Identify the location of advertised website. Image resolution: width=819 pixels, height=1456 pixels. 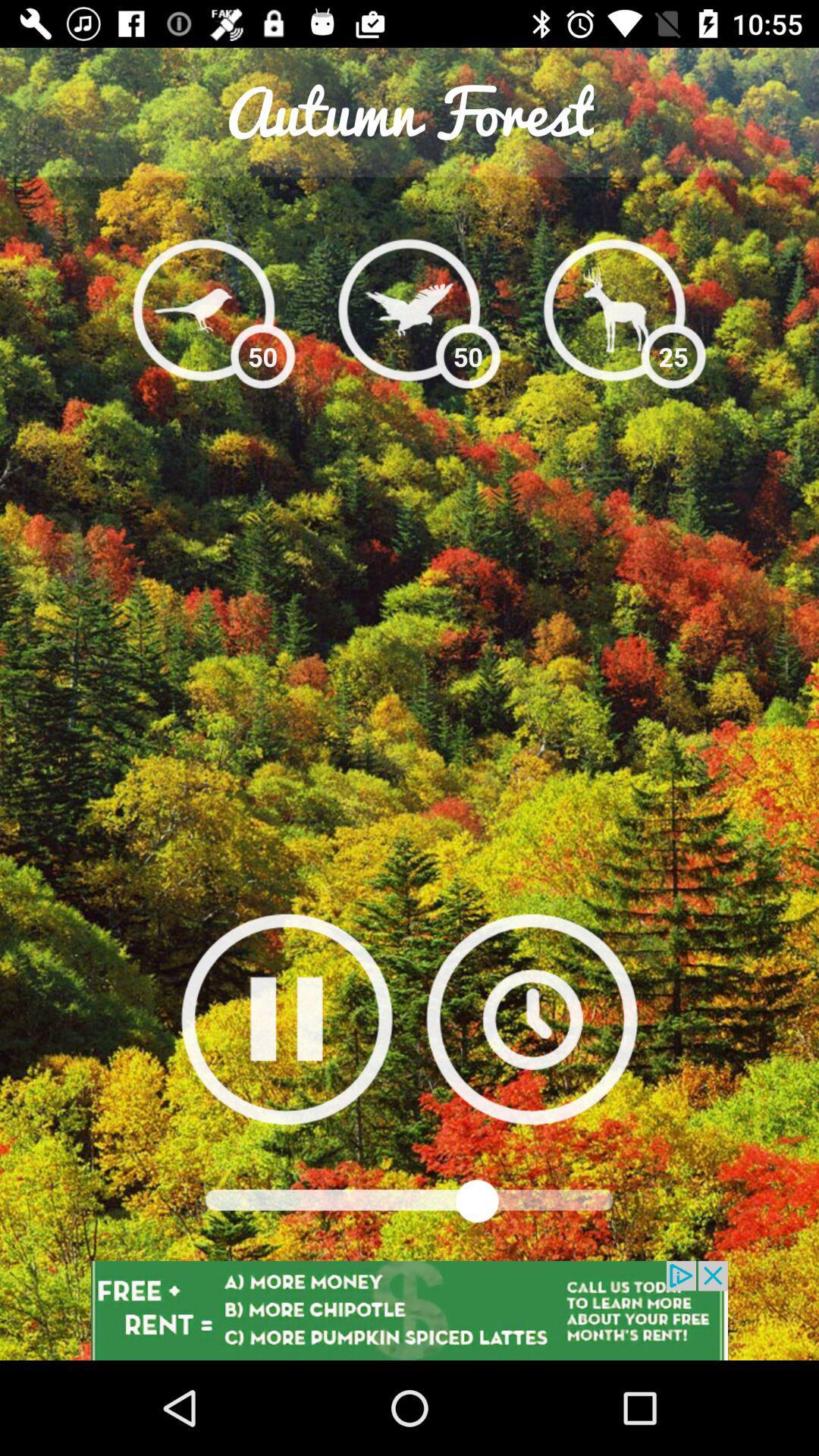
(409, 1310).